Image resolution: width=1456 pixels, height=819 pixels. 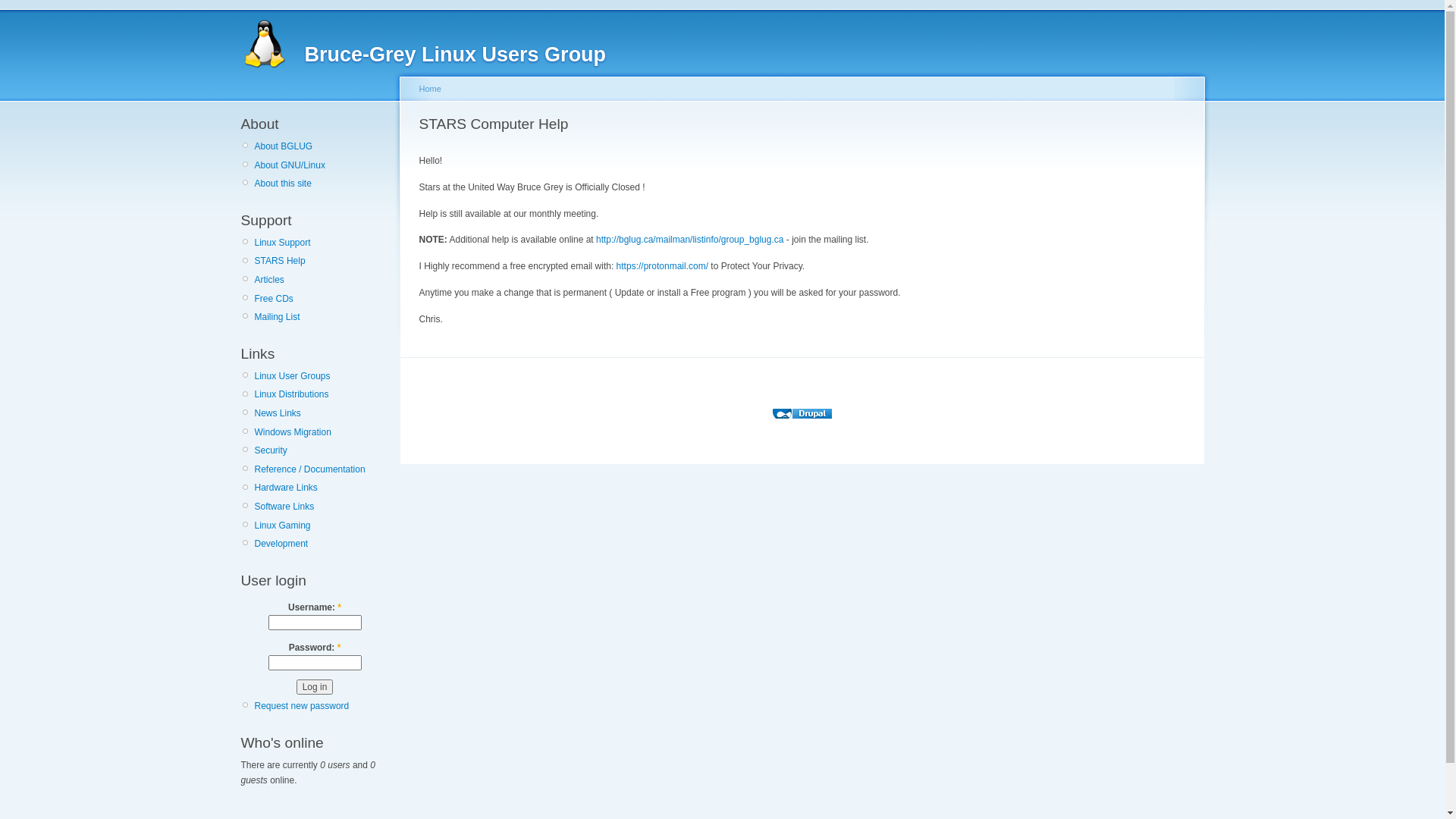 What do you see at coordinates (321, 315) in the screenshot?
I see `'Mailing List'` at bounding box center [321, 315].